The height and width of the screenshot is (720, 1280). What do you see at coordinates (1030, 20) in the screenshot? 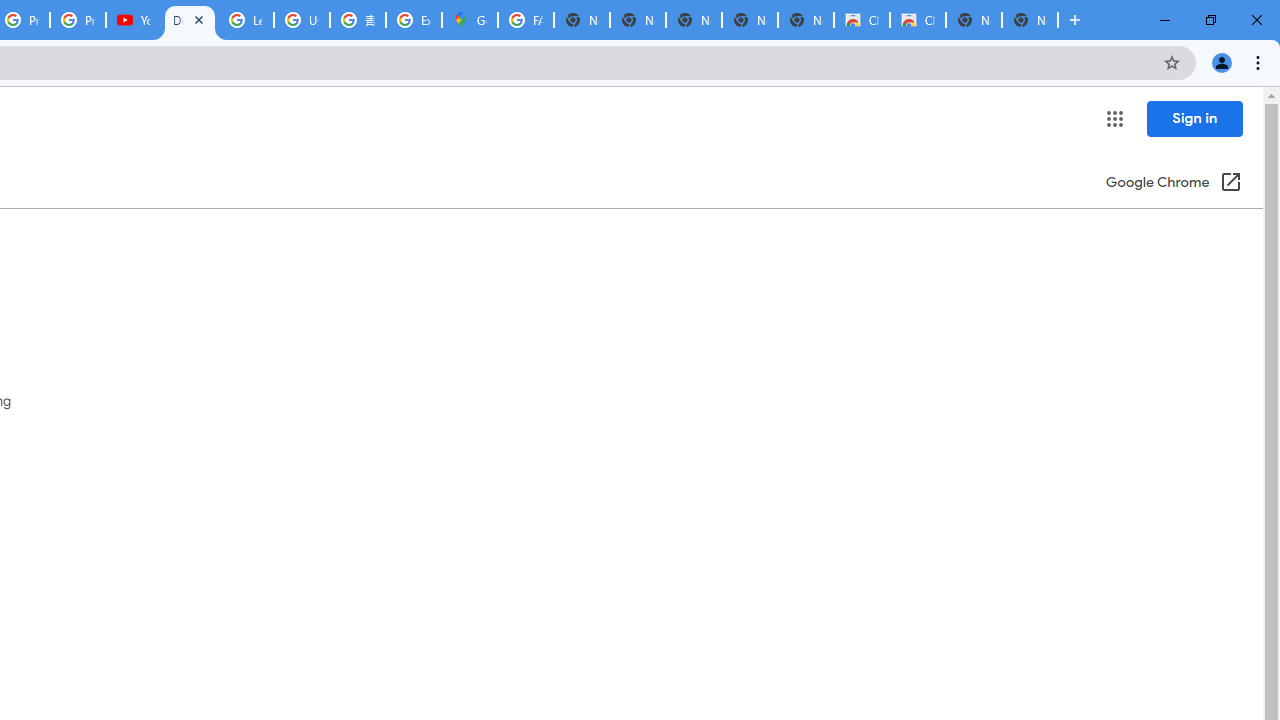
I see `'New Tab'` at bounding box center [1030, 20].